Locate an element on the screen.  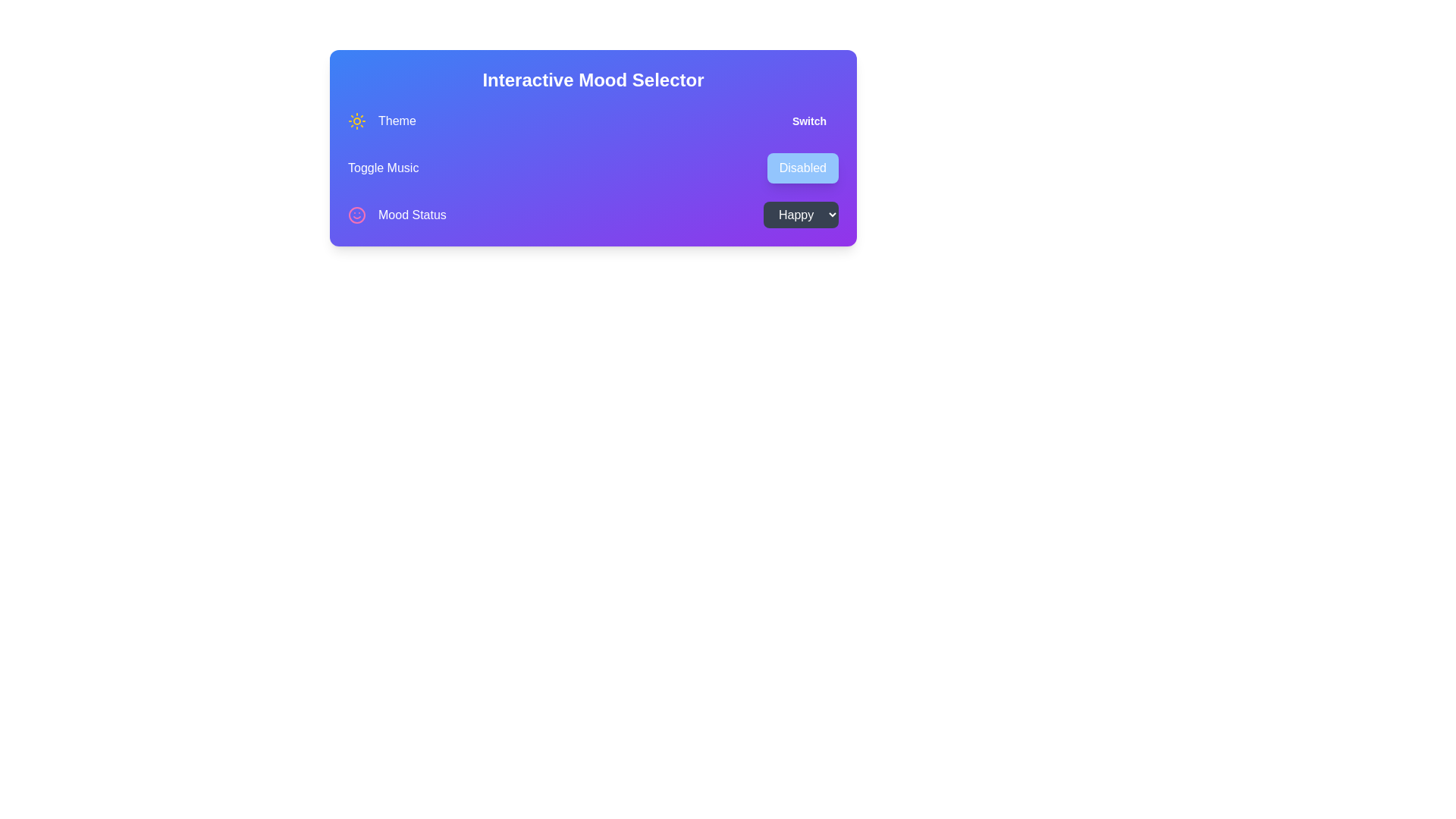
the rectangular button with a light blue background labeled 'Disabled', located to the right of 'Toggle Music' below 'Interactive Mood Selector' is located at coordinates (802, 168).